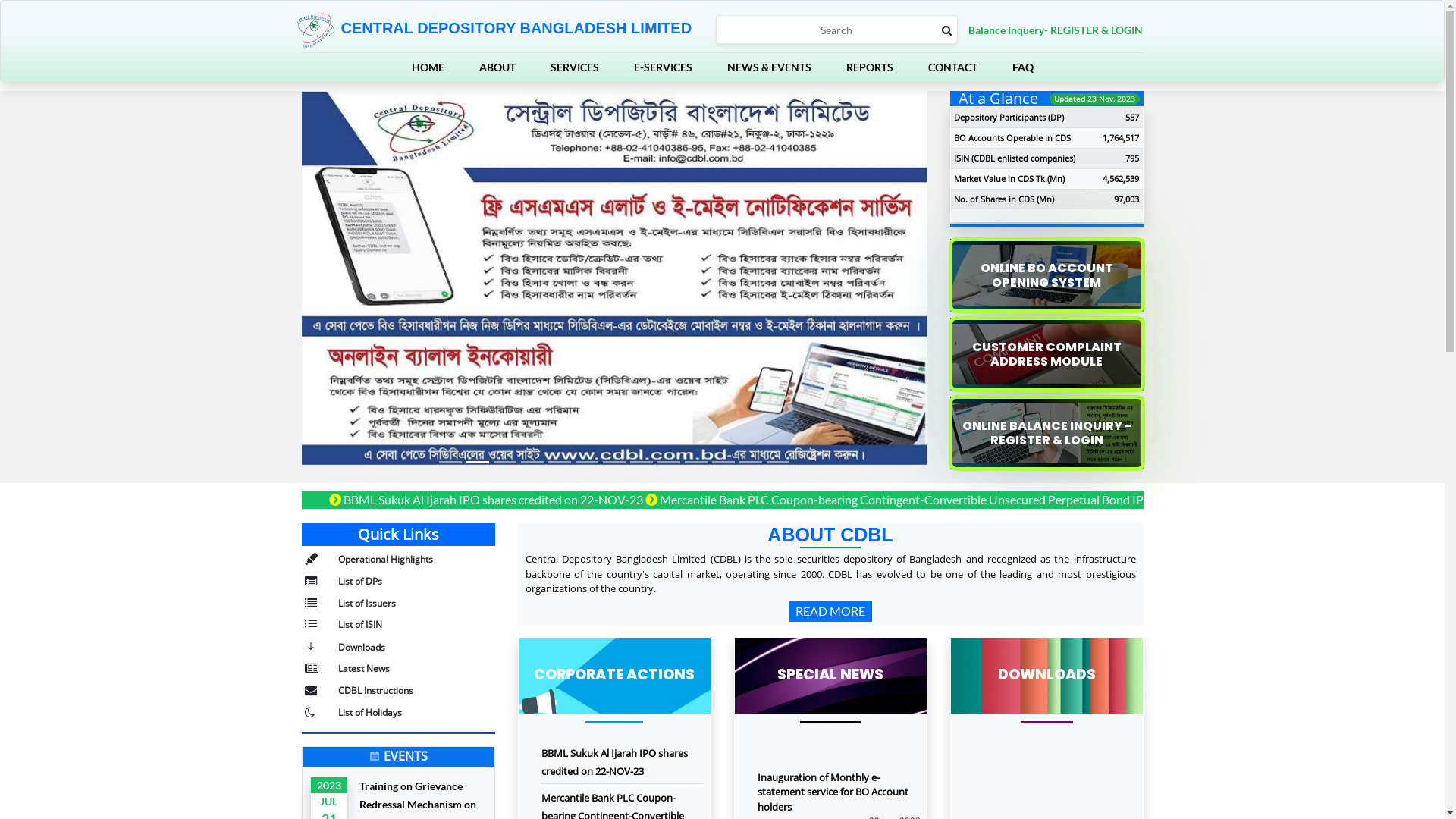  I want to click on 'List of DPs', so click(337, 580).